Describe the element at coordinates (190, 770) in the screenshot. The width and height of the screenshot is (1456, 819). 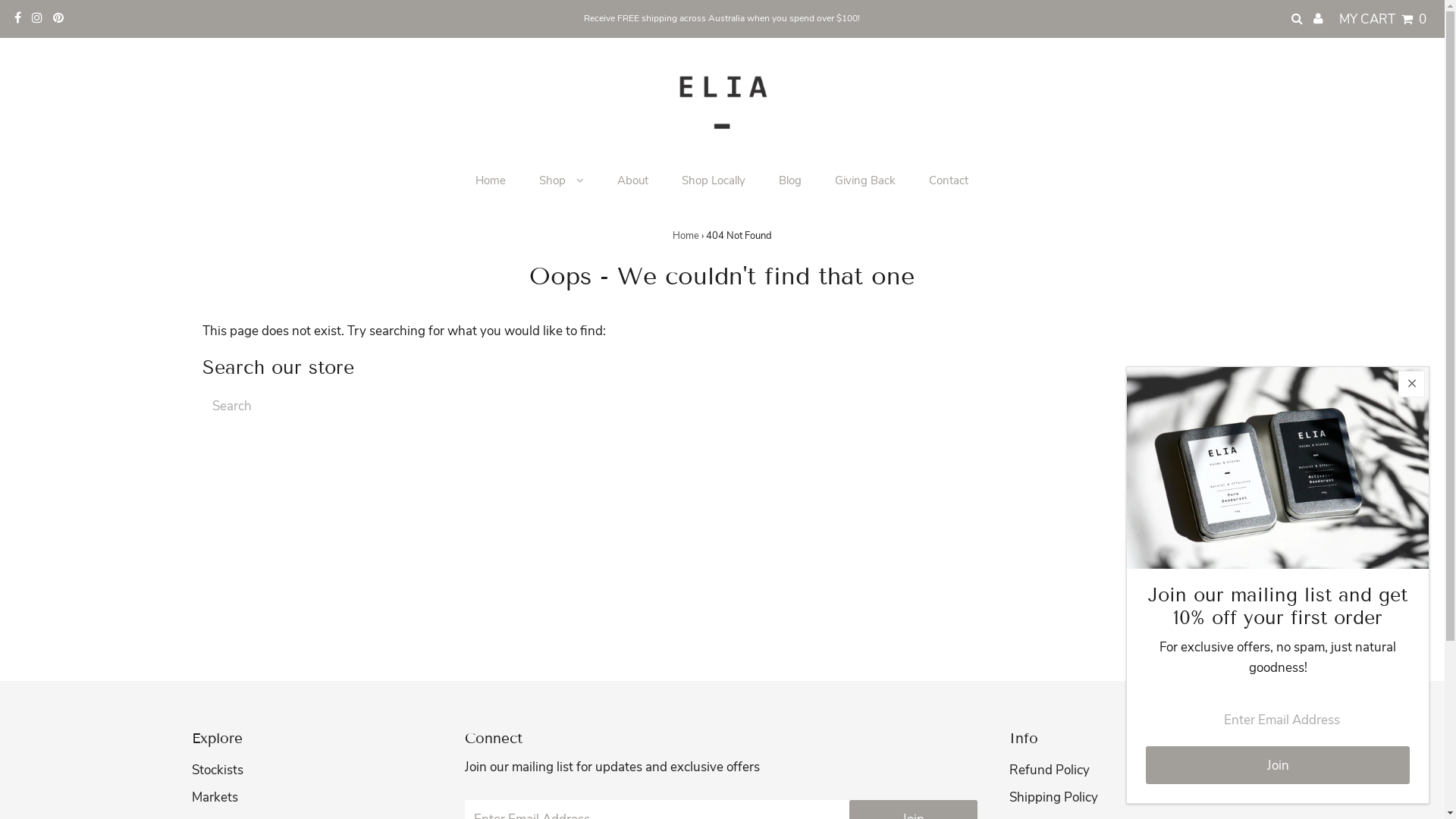
I see `'Stockists'` at that location.